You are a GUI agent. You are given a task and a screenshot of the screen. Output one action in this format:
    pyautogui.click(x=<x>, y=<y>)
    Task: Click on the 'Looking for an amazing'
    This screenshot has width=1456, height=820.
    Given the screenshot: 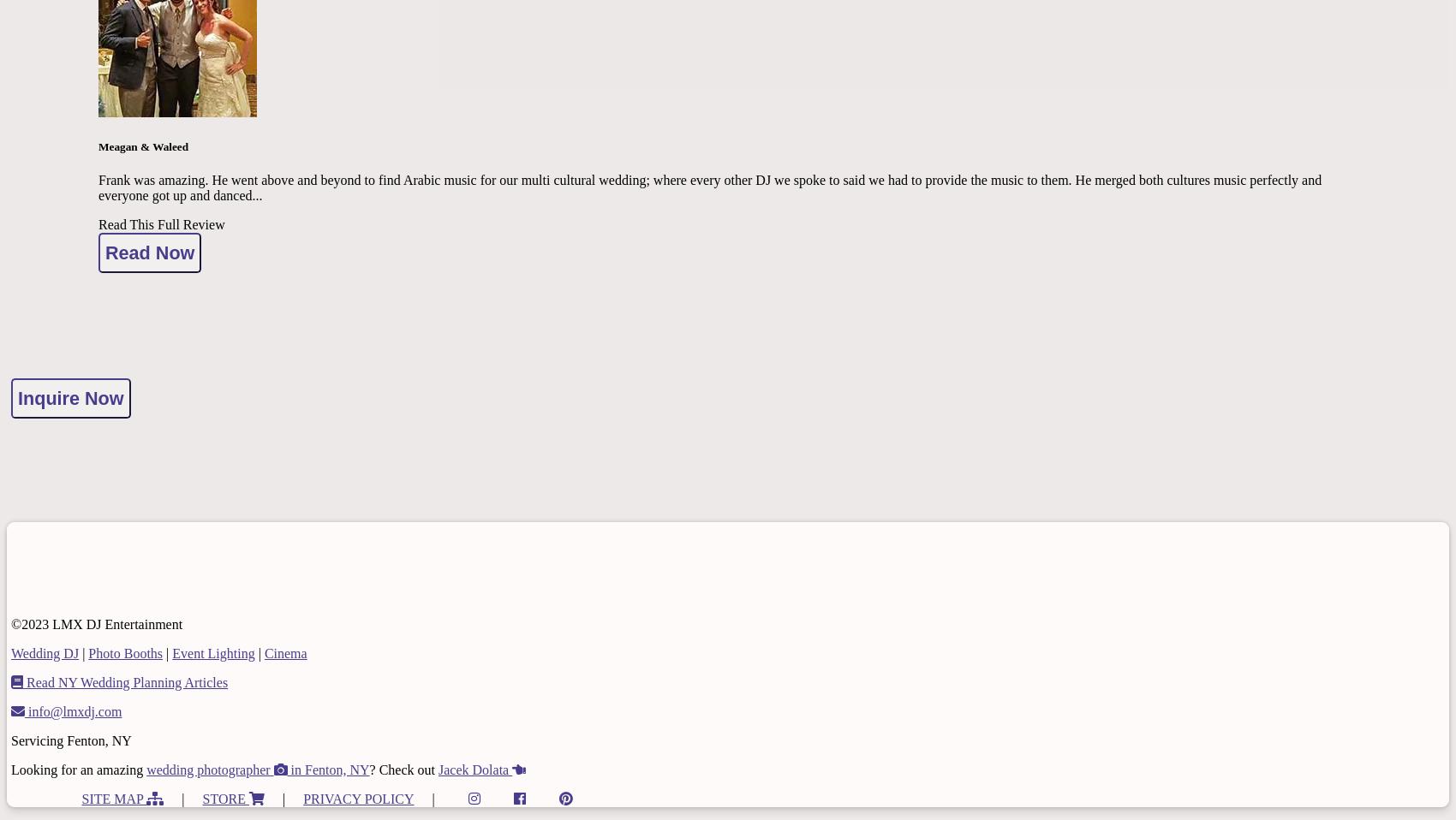 What is the action you would take?
    pyautogui.click(x=78, y=769)
    